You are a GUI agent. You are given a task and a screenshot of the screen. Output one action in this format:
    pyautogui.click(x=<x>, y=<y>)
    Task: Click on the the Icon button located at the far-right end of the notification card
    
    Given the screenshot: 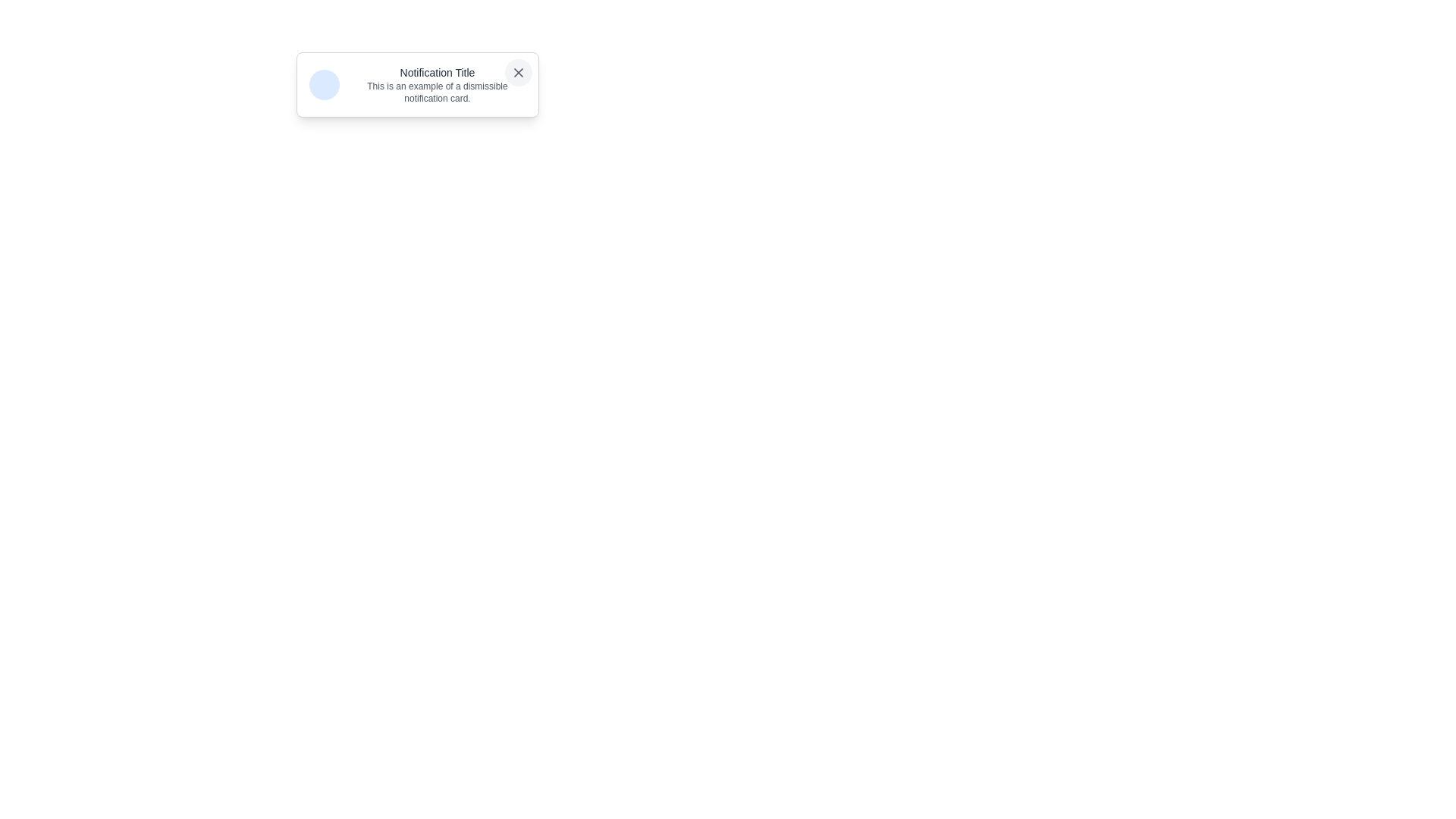 What is the action you would take?
    pyautogui.click(x=519, y=73)
    